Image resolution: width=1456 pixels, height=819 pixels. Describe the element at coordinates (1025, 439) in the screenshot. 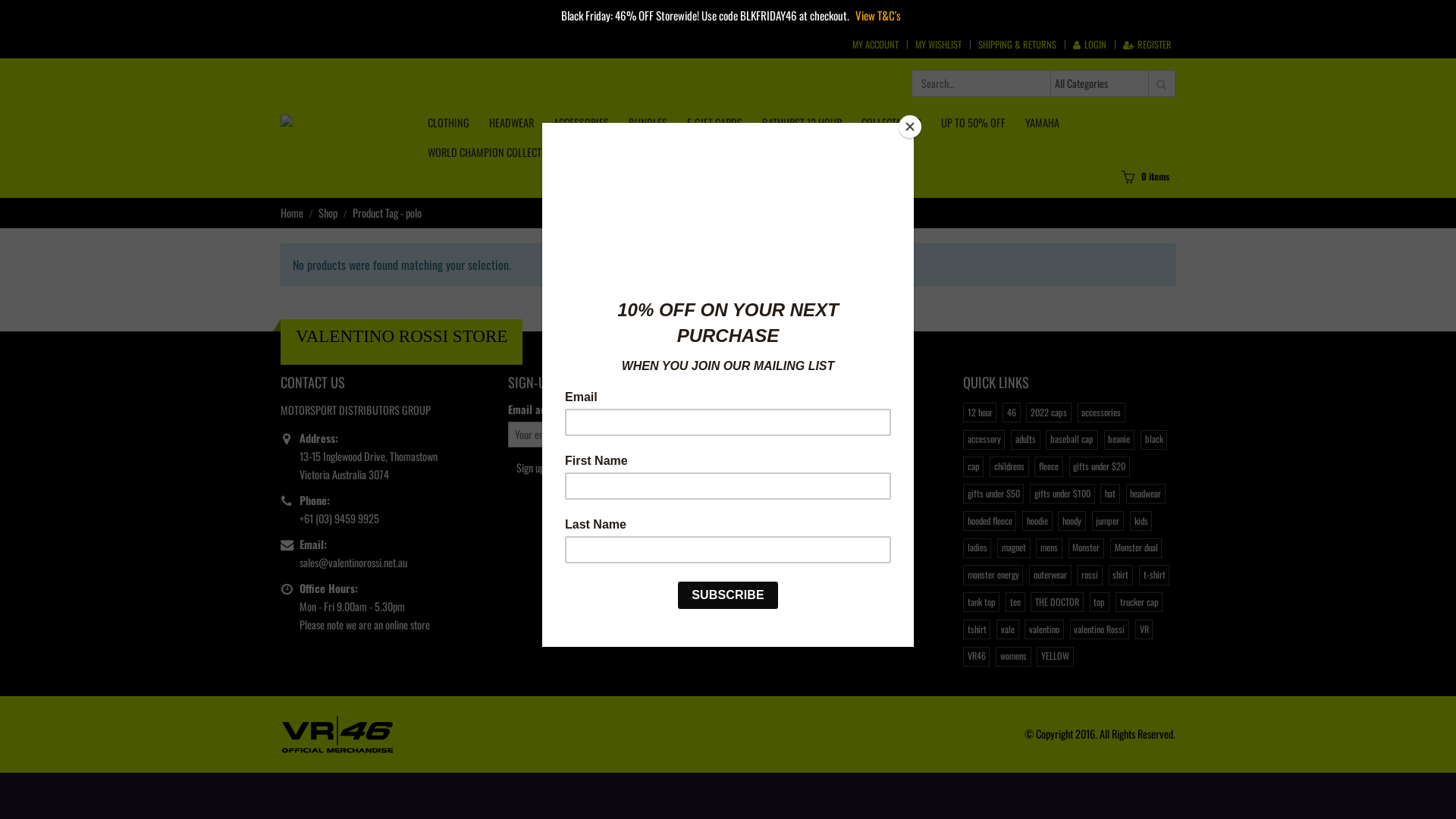

I see `'adults'` at that location.